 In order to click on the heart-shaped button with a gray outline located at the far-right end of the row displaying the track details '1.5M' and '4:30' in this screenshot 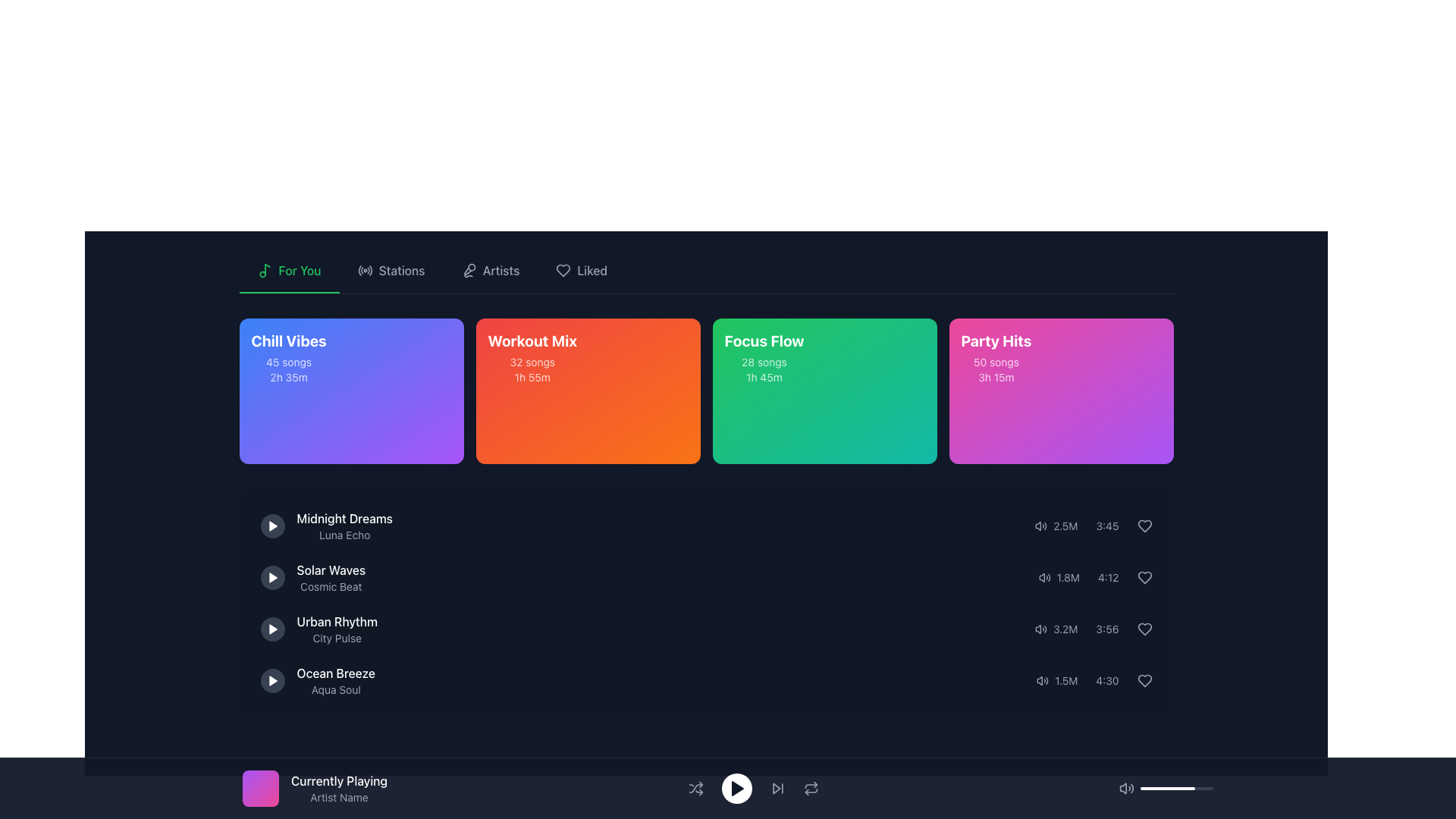, I will do `click(1144, 680)`.